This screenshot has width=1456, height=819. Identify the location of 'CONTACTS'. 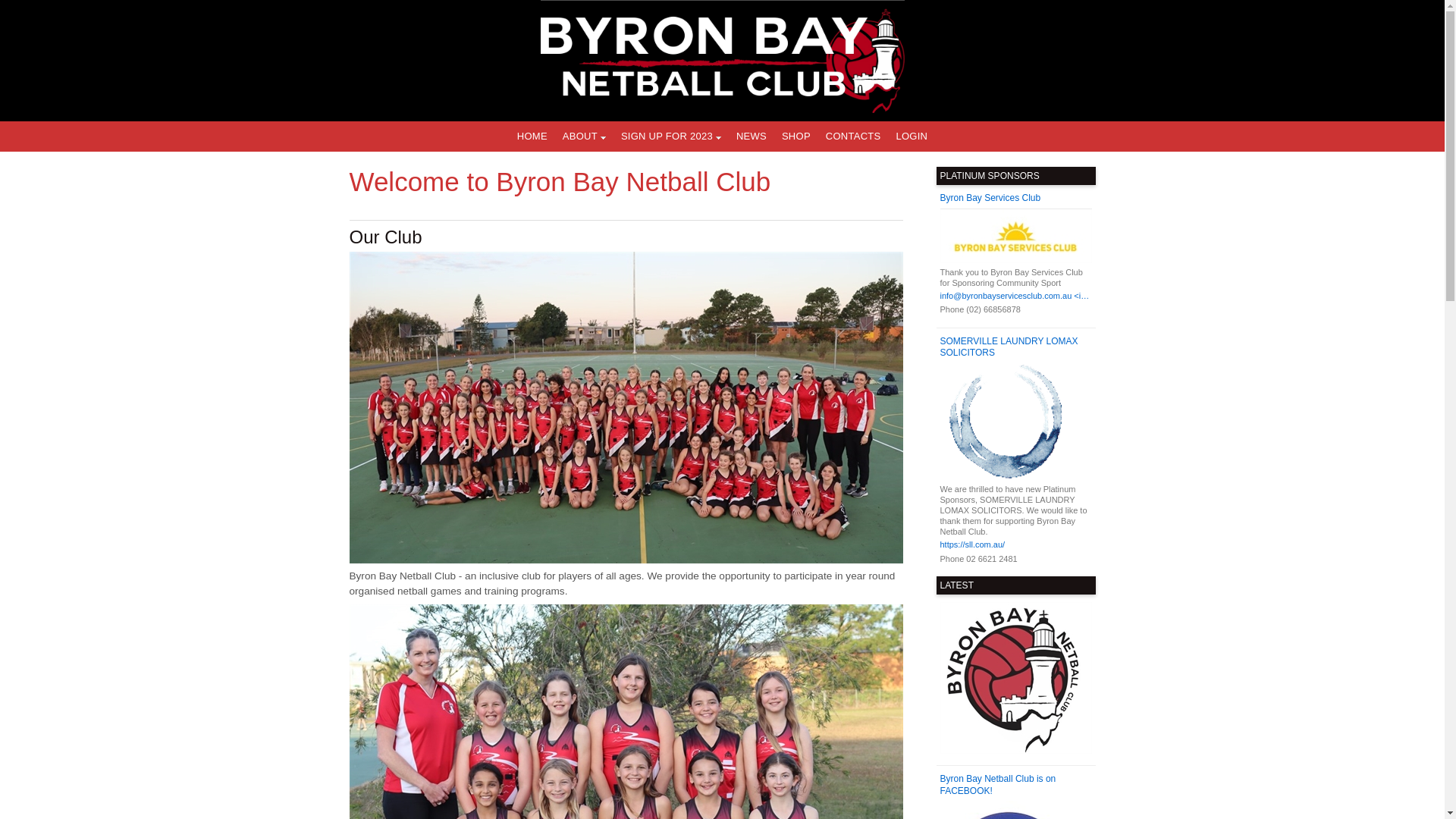
(853, 136).